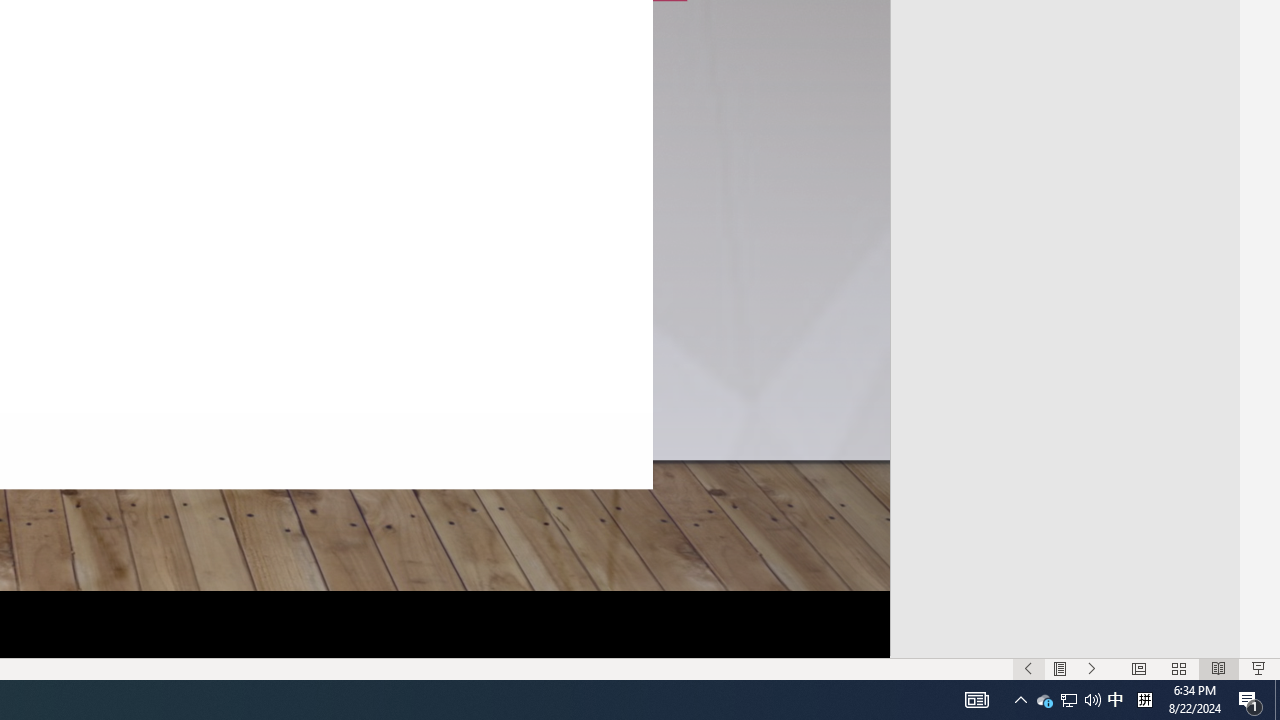 This screenshot has width=1280, height=720. What do you see at coordinates (1028, 669) in the screenshot?
I see `'Slide Show Previous On'` at bounding box center [1028, 669].